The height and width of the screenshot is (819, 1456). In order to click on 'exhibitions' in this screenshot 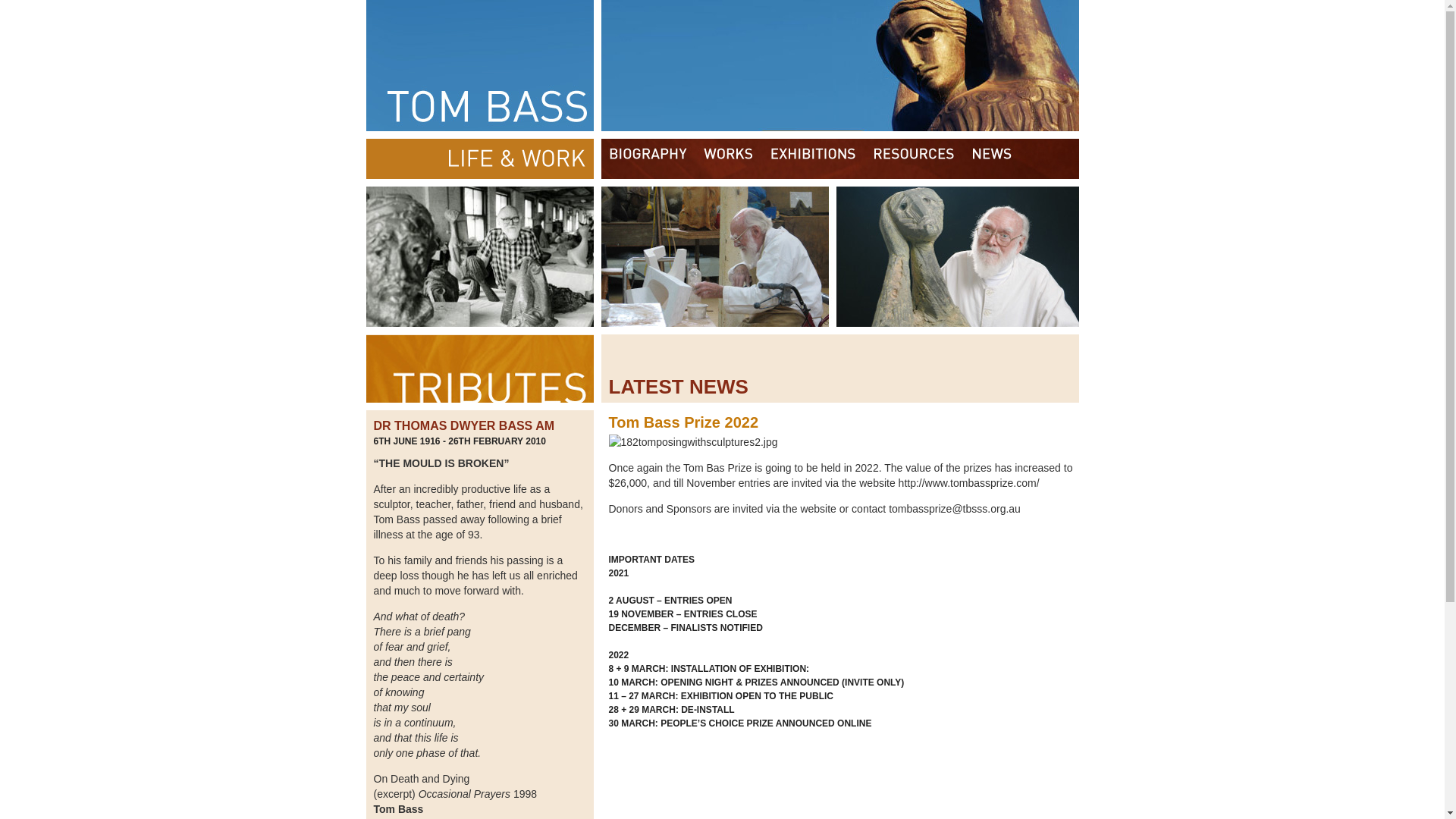, I will do `click(811, 158)`.